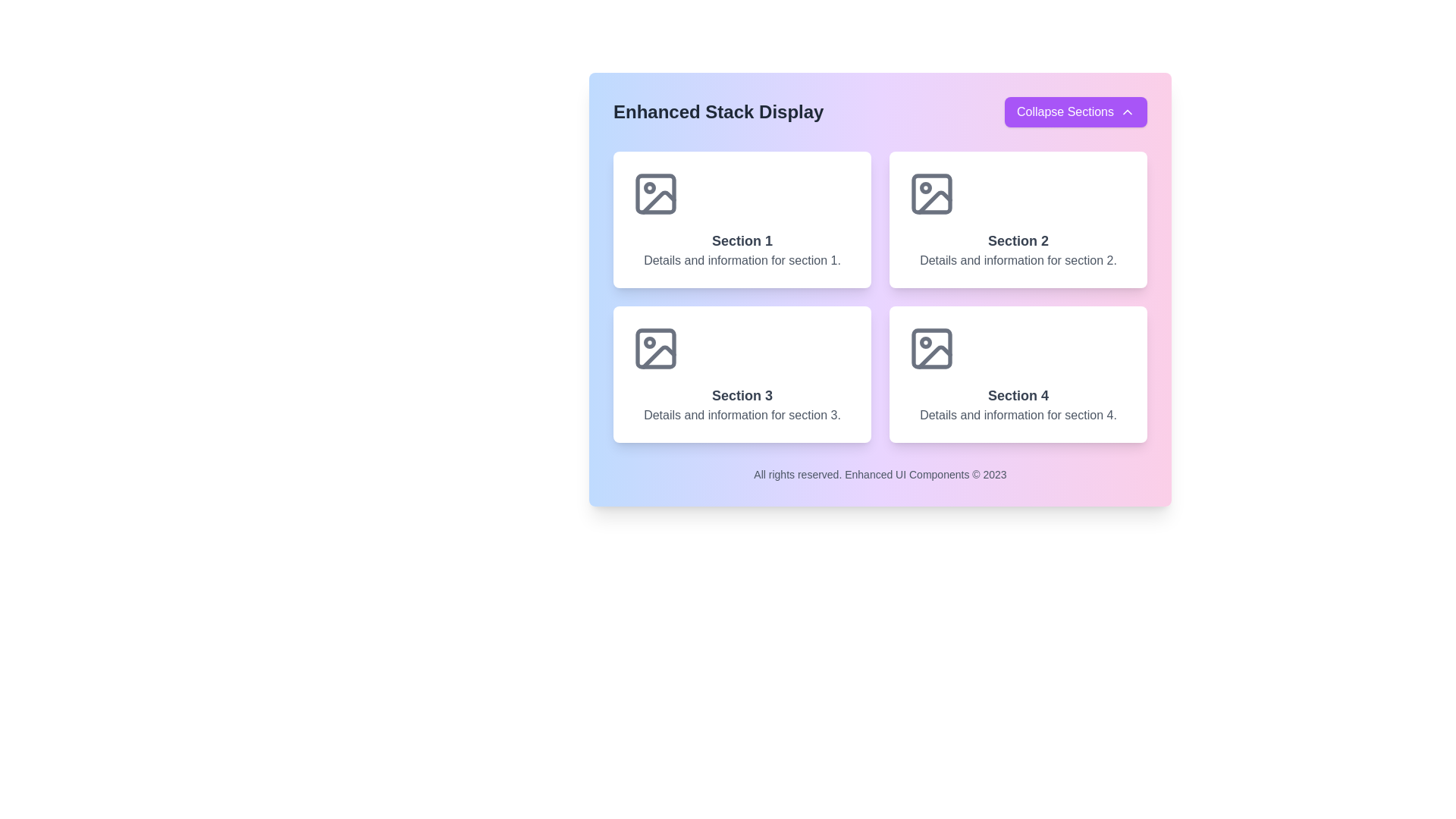 Image resolution: width=1456 pixels, height=819 pixels. Describe the element at coordinates (742, 415) in the screenshot. I see `the text line reading 'Details and information for section 3.' which is styled in gray and positioned as the second line within the bottom-left information box labeled 'Section 3.'` at that location.